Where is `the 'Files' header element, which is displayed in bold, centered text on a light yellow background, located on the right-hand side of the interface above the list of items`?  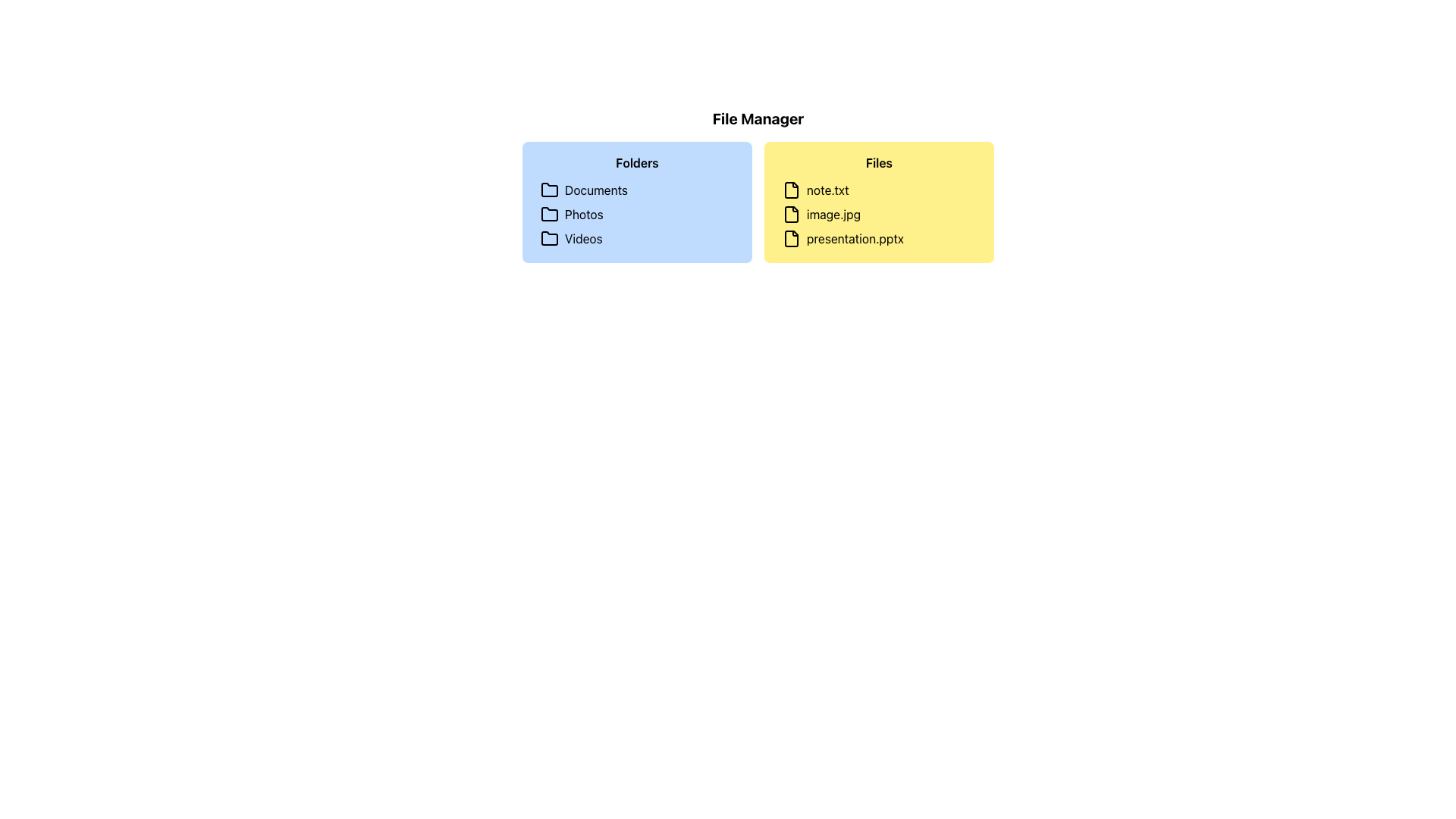
the 'Files' header element, which is displayed in bold, centered text on a light yellow background, located on the right-hand side of the interface above the list of items is located at coordinates (879, 163).